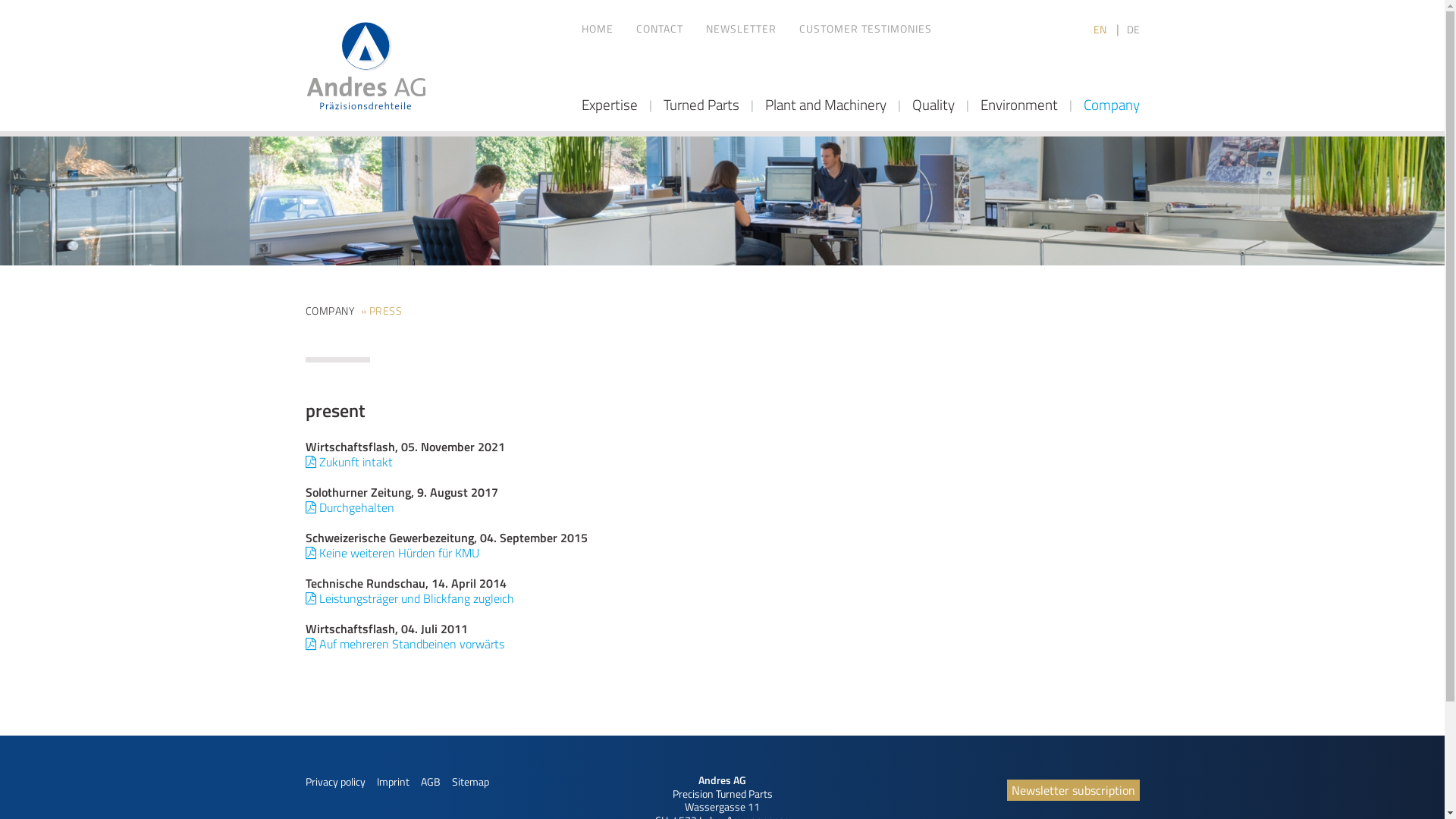  I want to click on 'EN', so click(1101, 29).